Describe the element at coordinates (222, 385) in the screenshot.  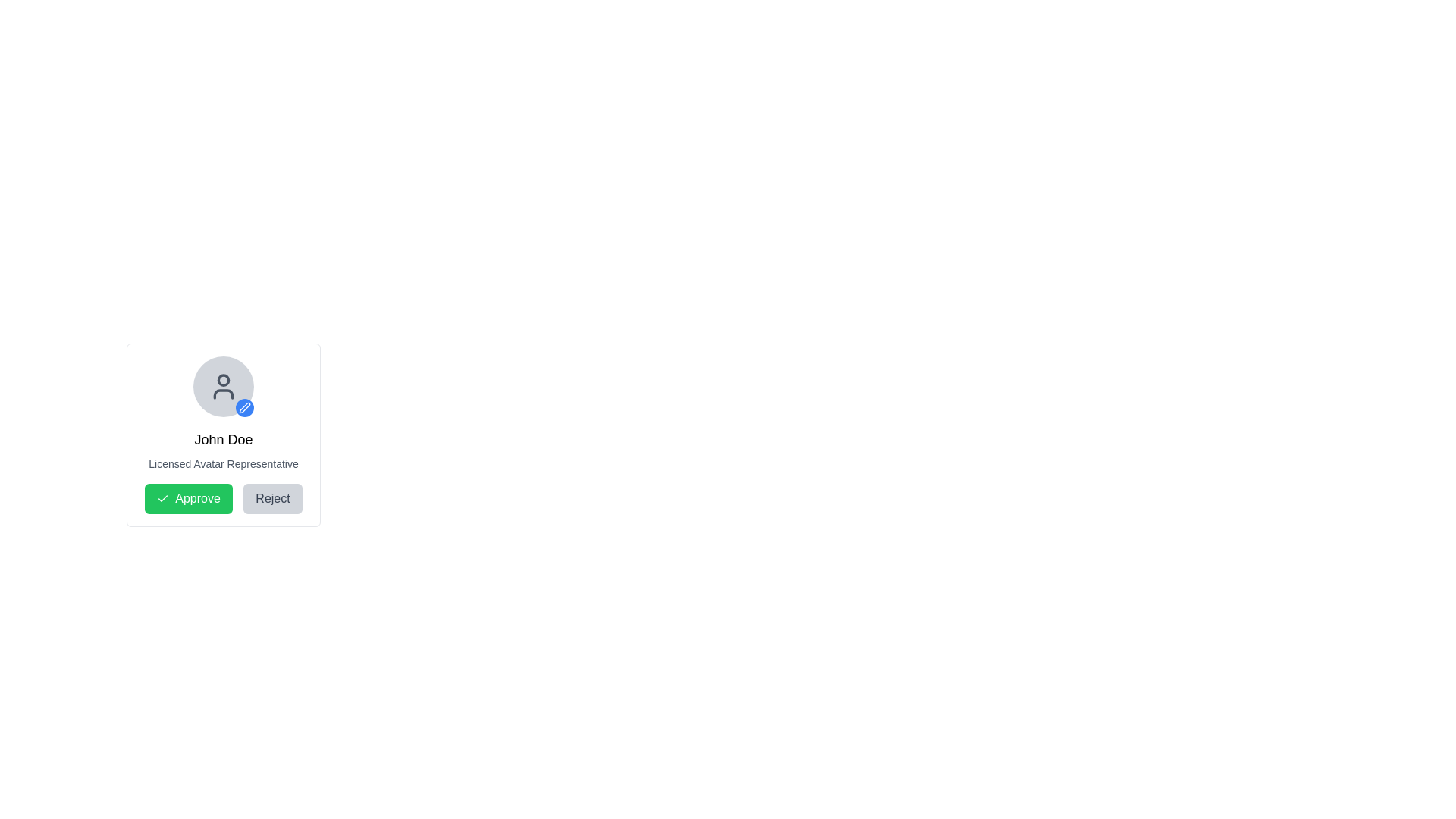
I see `the circular user avatar with a gray background and a blue badge containing a white pen icon, located above the text 'John Doe' and 'Licensed Avatar Representative'` at that location.